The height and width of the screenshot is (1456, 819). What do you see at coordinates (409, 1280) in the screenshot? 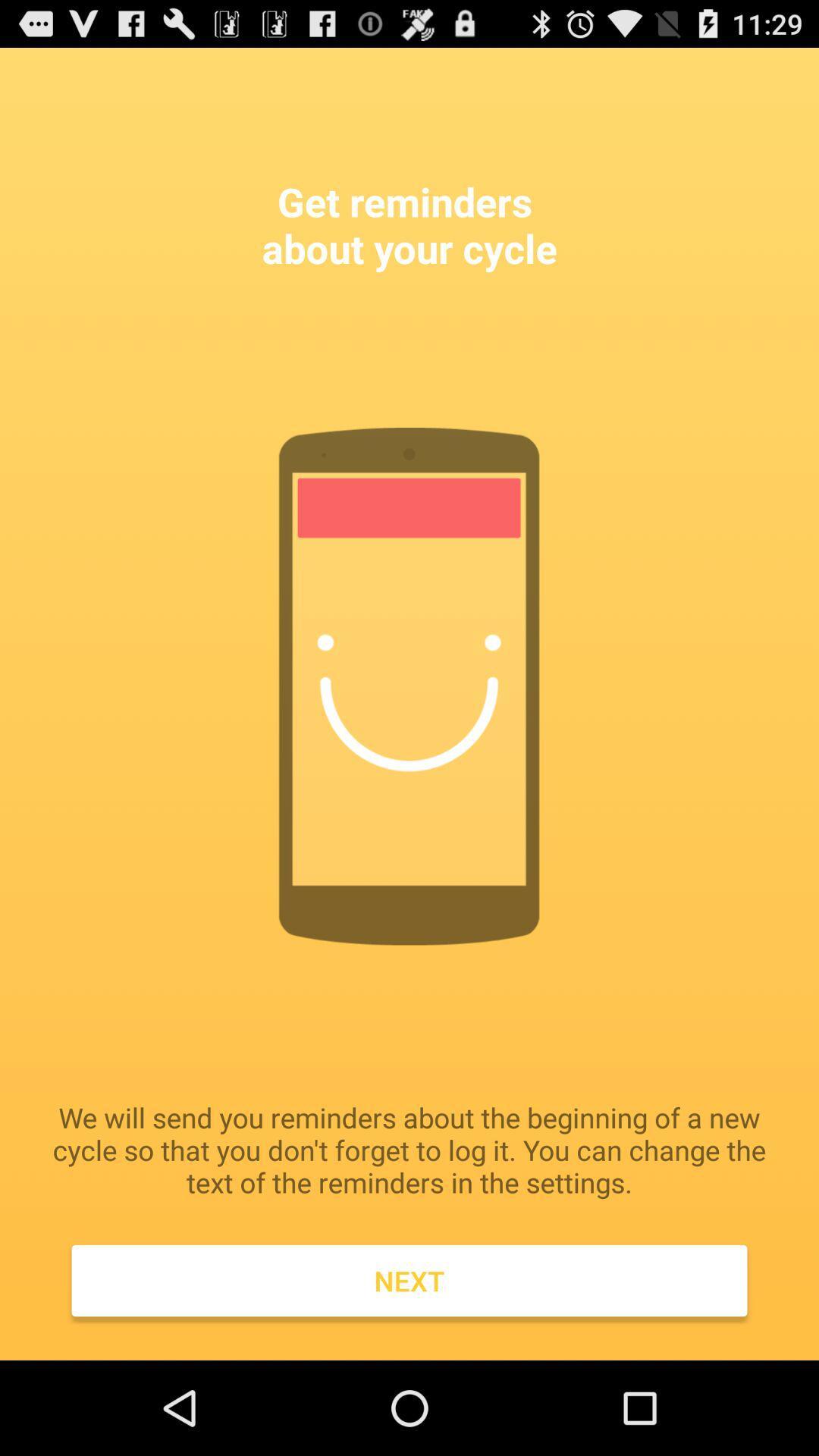
I see `next icon` at bounding box center [409, 1280].